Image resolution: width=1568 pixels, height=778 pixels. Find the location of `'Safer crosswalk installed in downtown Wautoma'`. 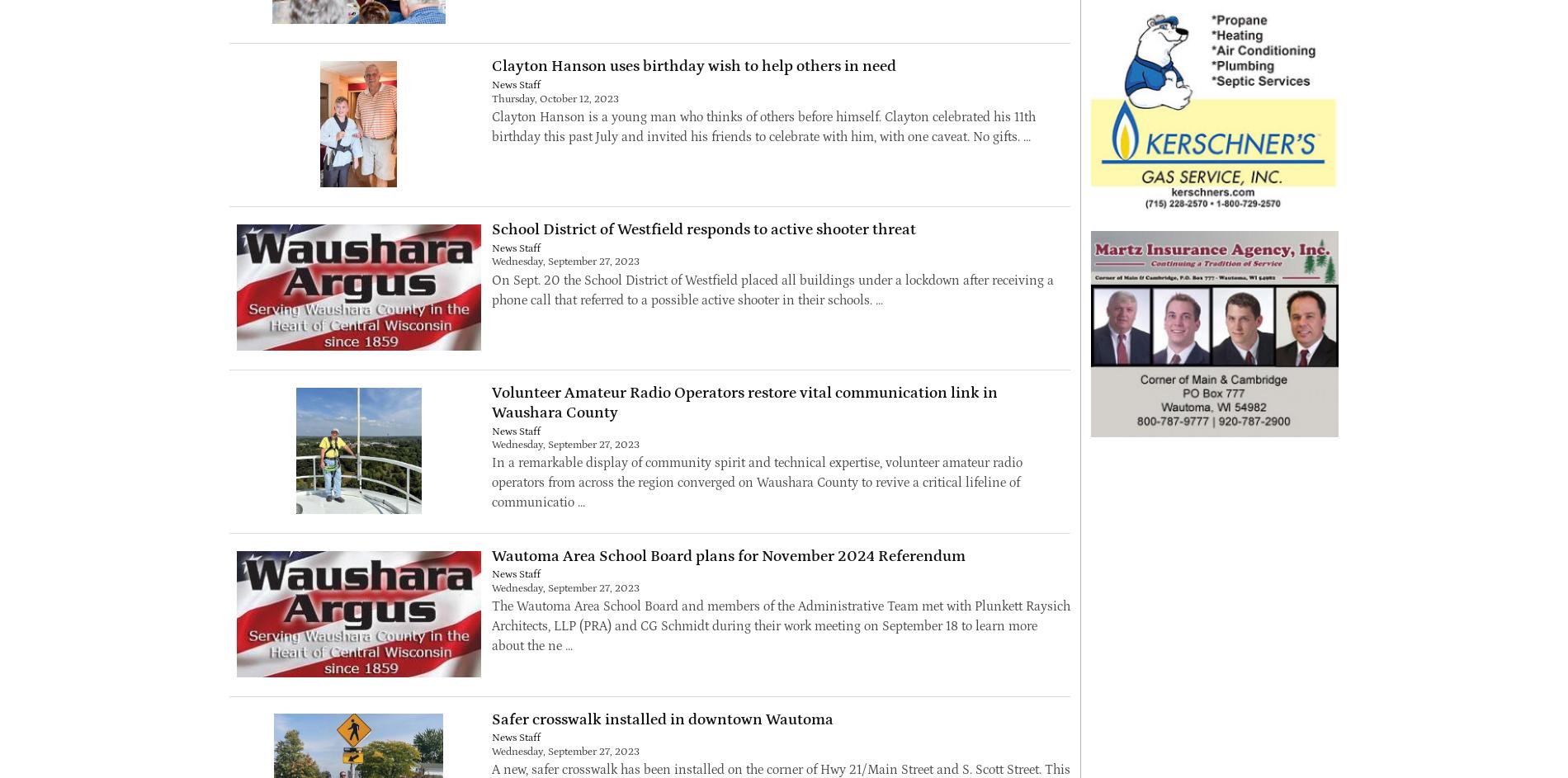

'Safer crosswalk installed in downtown Wautoma' is located at coordinates (660, 719).